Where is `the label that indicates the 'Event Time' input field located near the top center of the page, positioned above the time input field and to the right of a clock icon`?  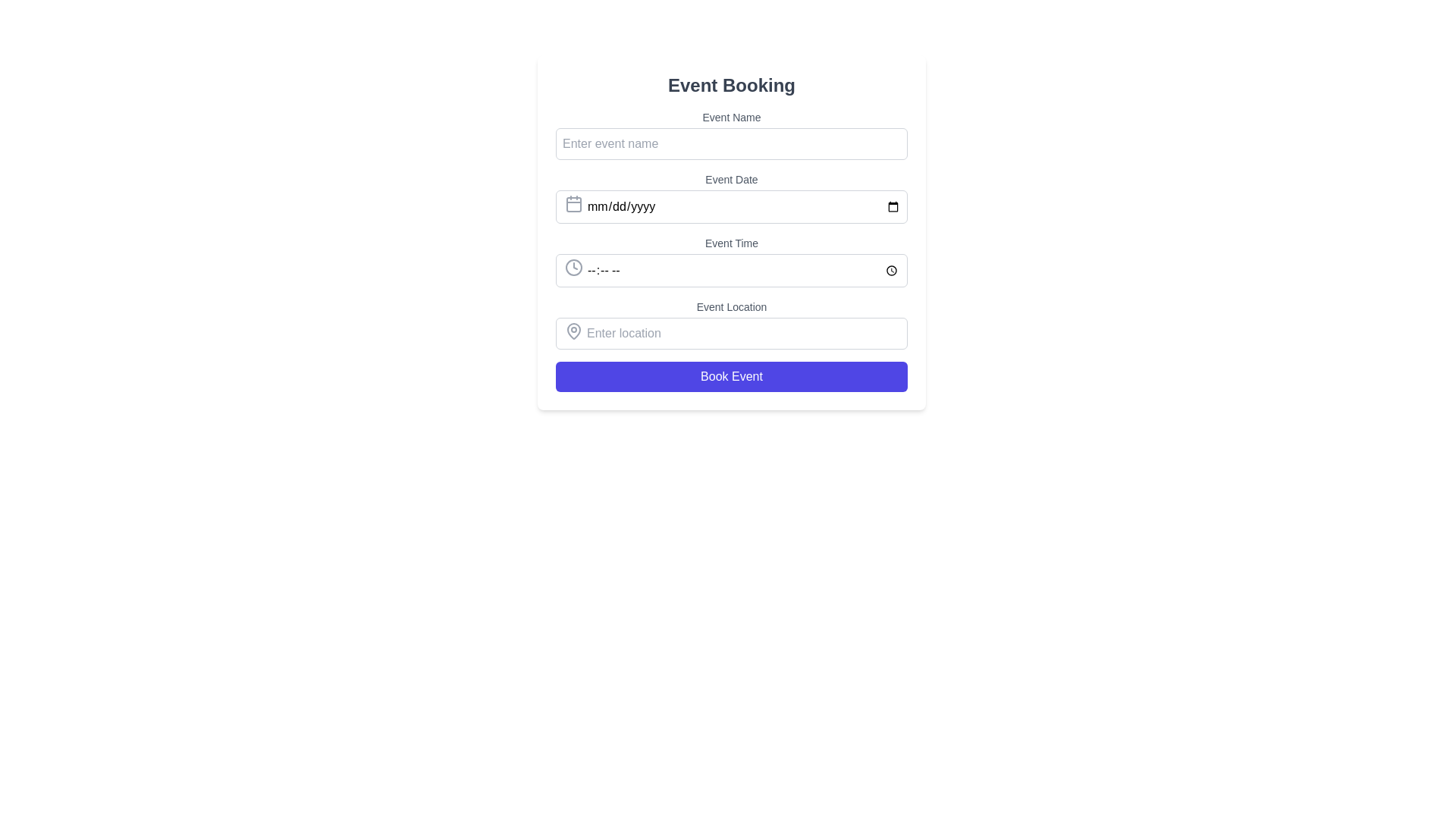 the label that indicates the 'Event Time' input field located near the top center of the page, positioned above the time input field and to the right of a clock icon is located at coordinates (731, 242).